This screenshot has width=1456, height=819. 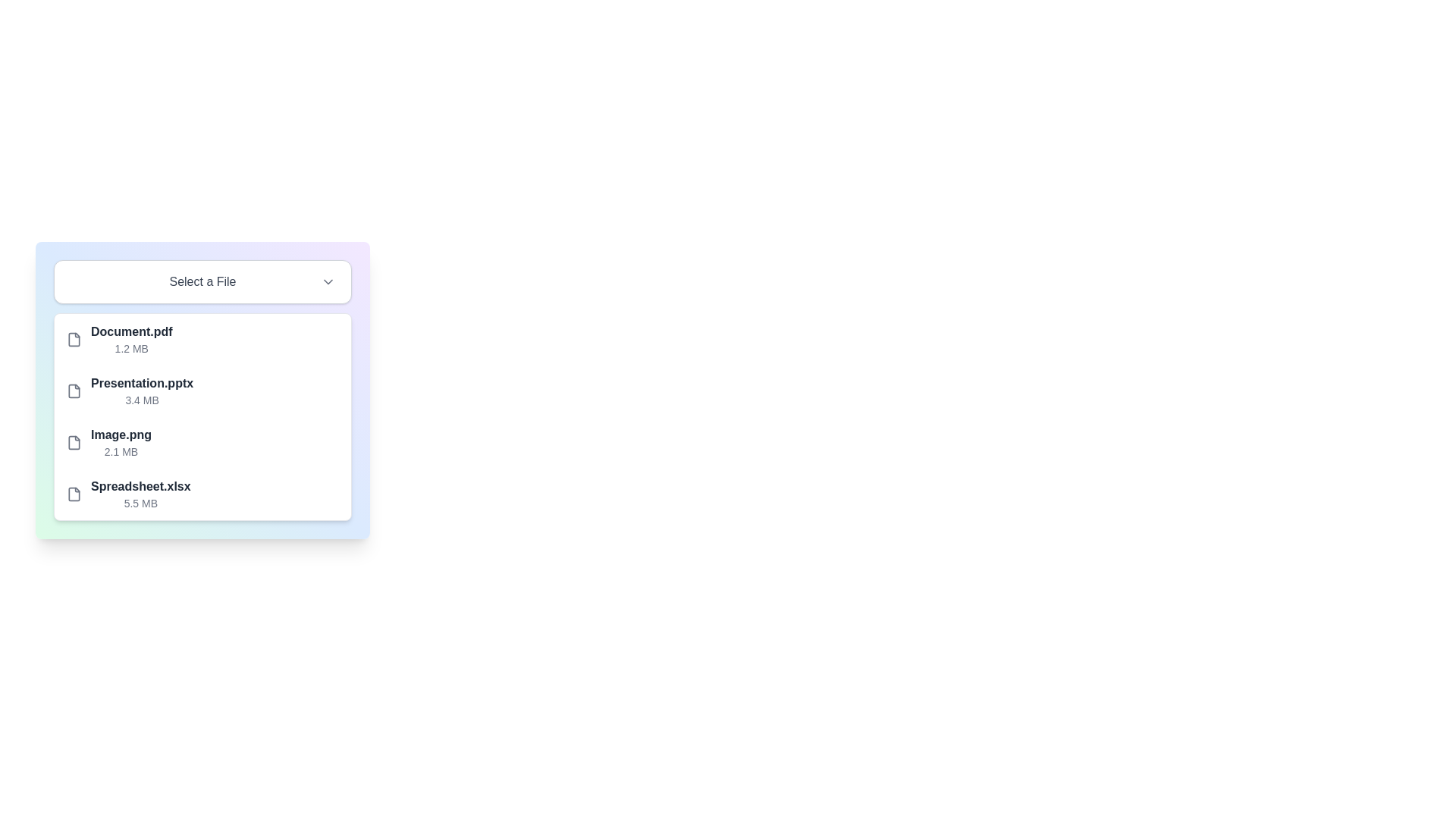 What do you see at coordinates (202, 494) in the screenshot?
I see `the fourth file entry item in the list` at bounding box center [202, 494].